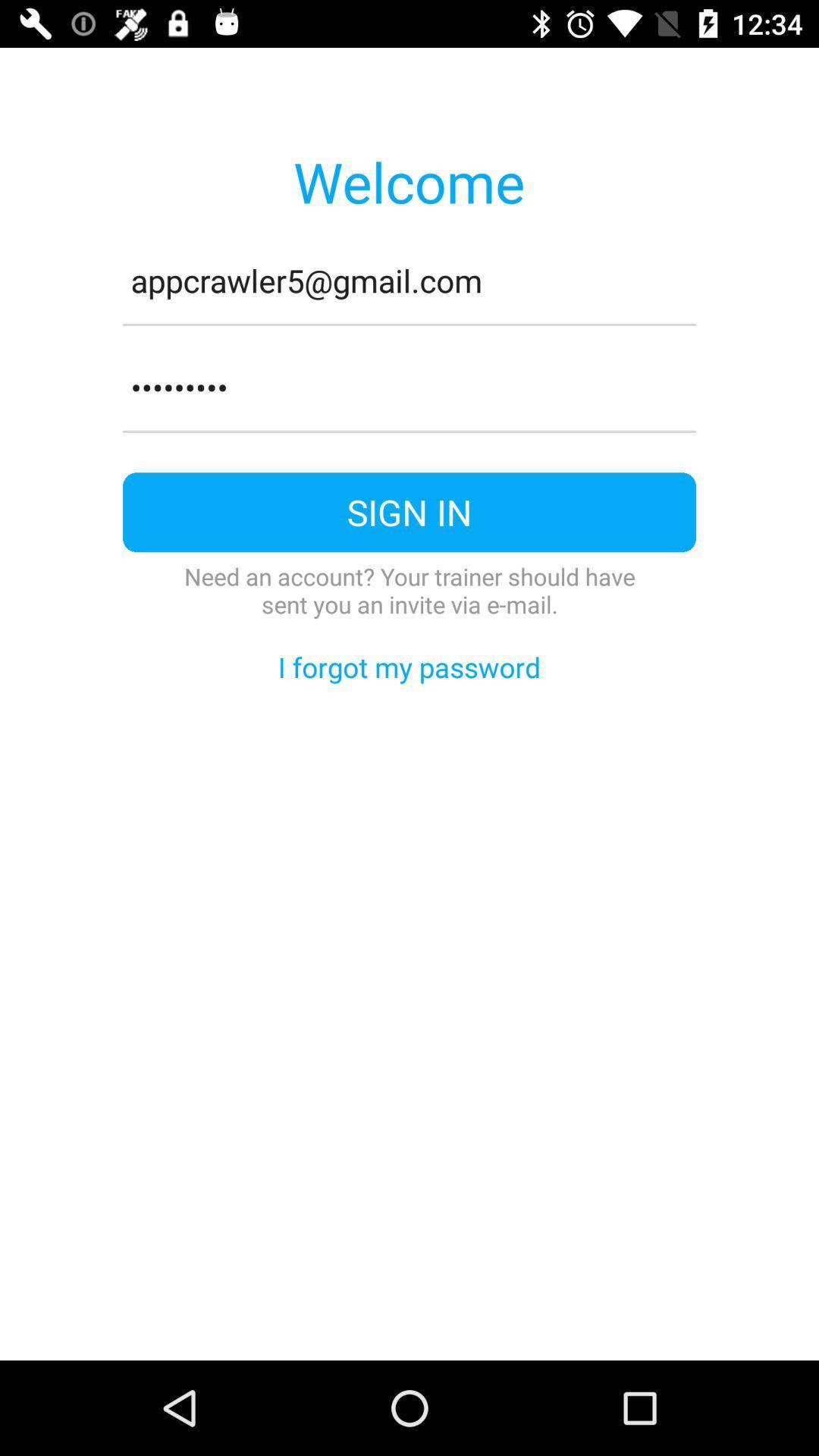 The height and width of the screenshot is (1456, 819). What do you see at coordinates (409, 589) in the screenshot?
I see `the icon below sign in` at bounding box center [409, 589].